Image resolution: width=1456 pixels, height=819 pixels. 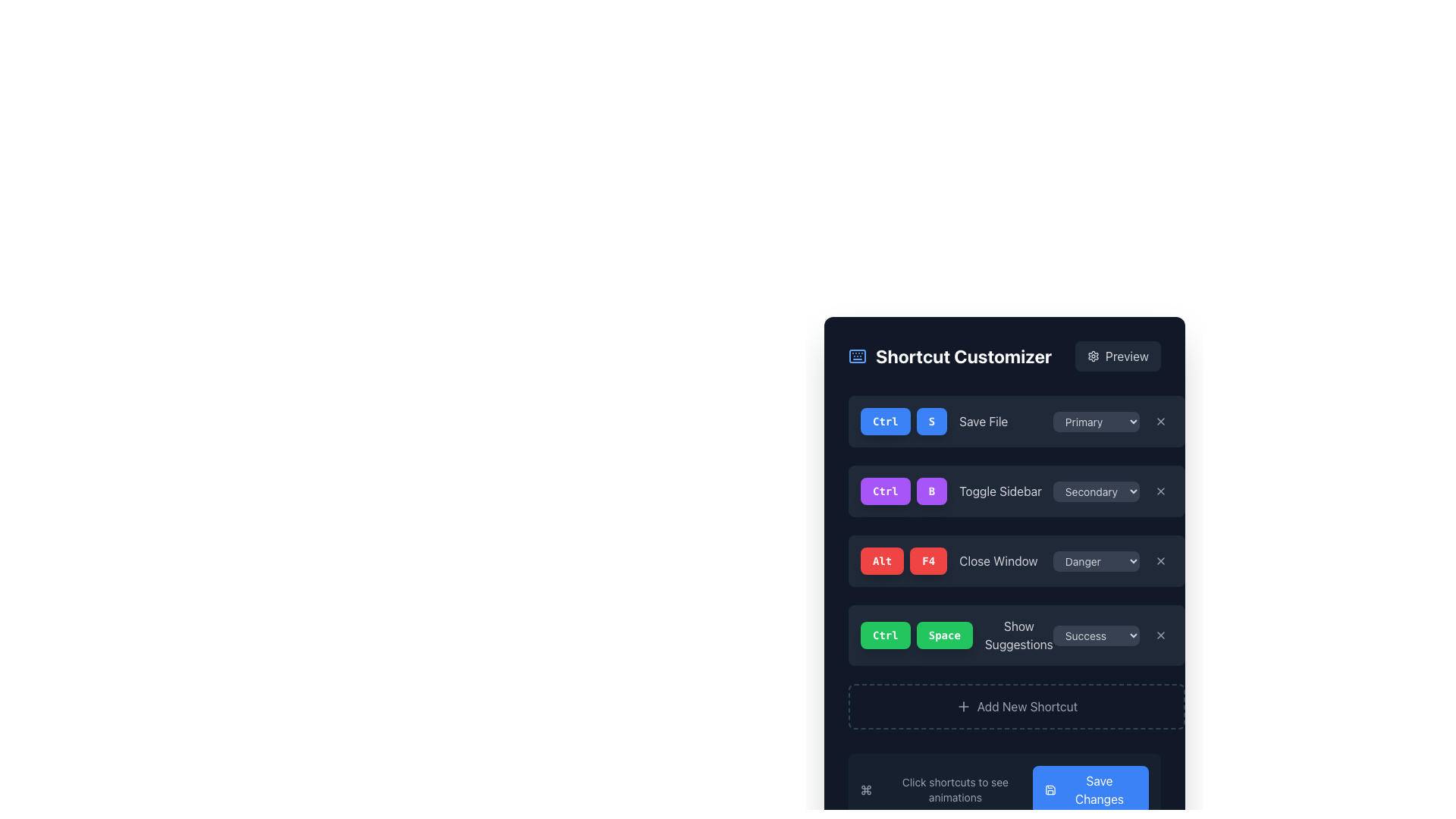 I want to click on the text label that describes the purpose of the shortcut buttons 'Ctrl' + 'B' for 'Toggle Sidebar' in the shortcut customizer interface, so click(x=1000, y=491).